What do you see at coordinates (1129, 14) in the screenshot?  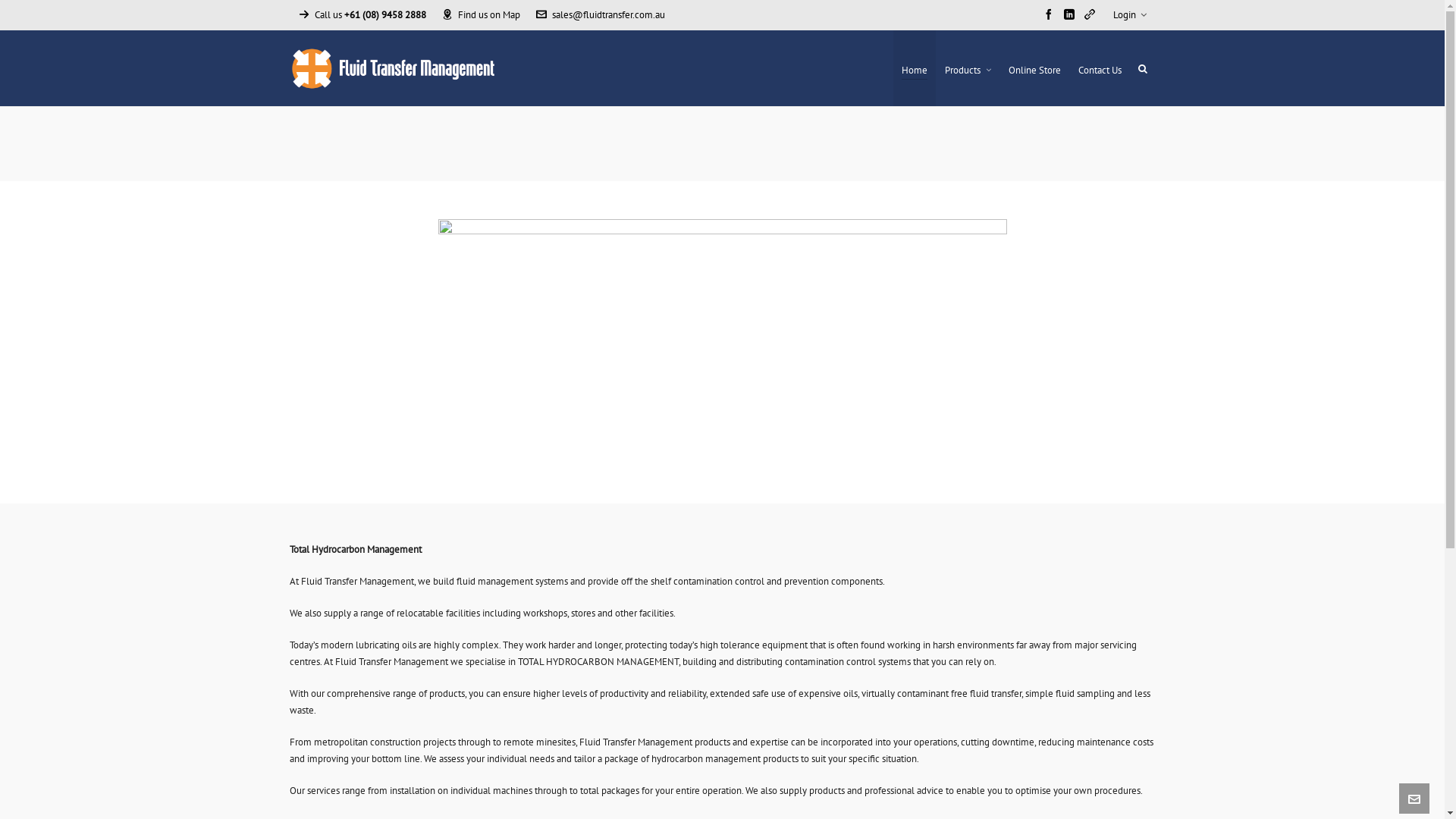 I see `'Login'` at bounding box center [1129, 14].